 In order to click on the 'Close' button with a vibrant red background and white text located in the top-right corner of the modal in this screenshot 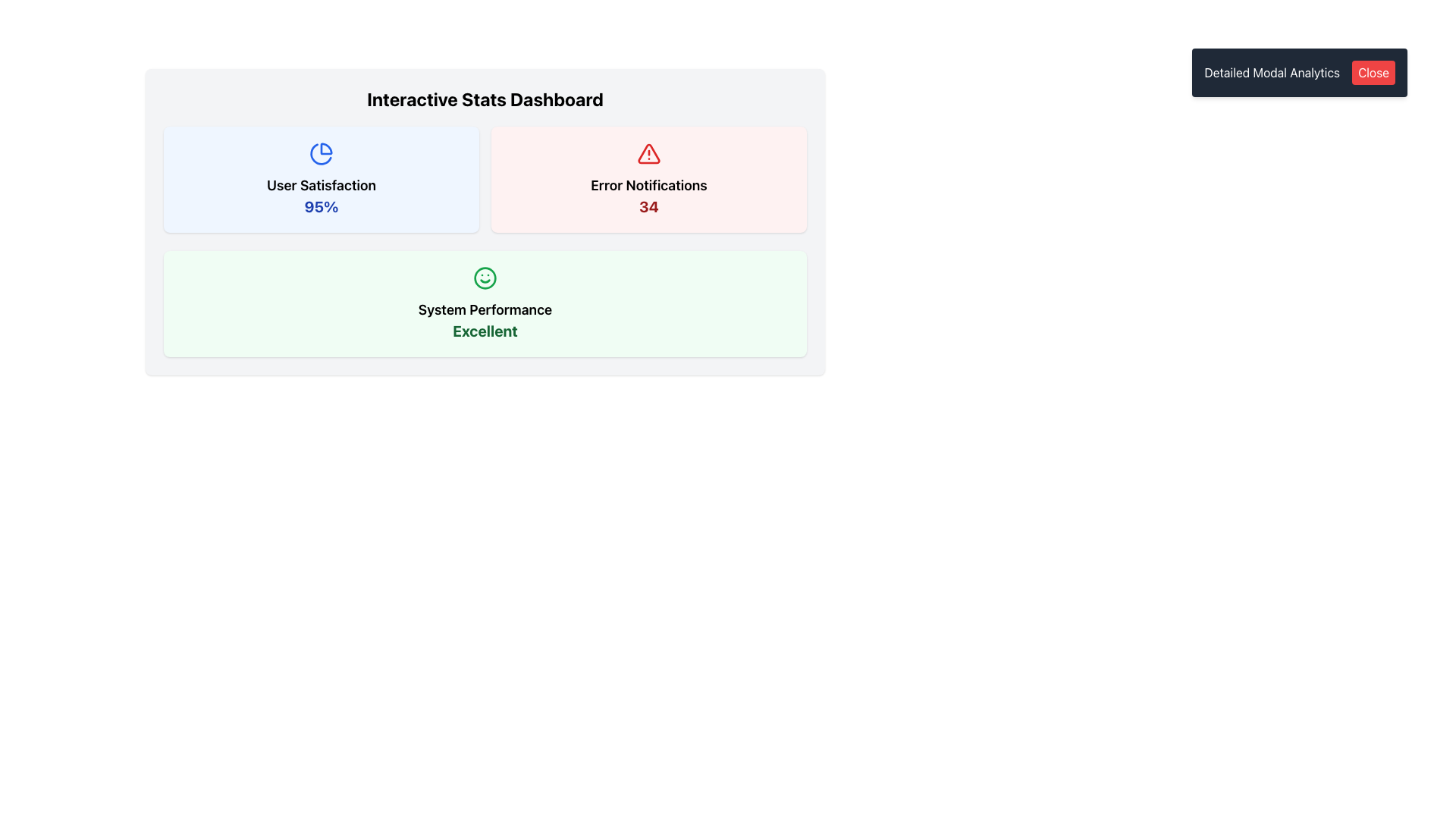, I will do `click(1373, 73)`.